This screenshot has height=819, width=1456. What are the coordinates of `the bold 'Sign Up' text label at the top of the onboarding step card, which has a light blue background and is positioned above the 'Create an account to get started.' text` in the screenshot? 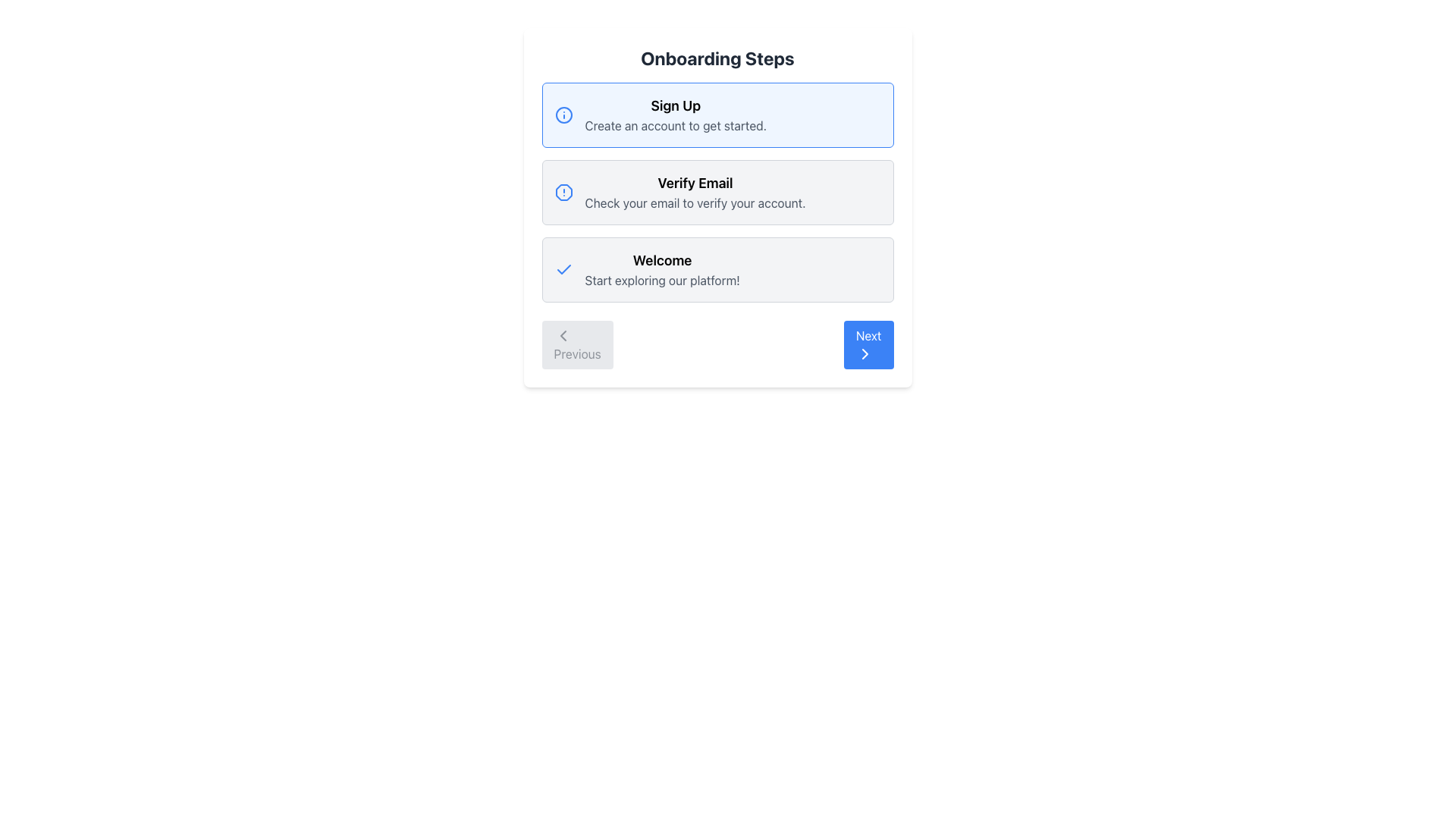 It's located at (675, 105).